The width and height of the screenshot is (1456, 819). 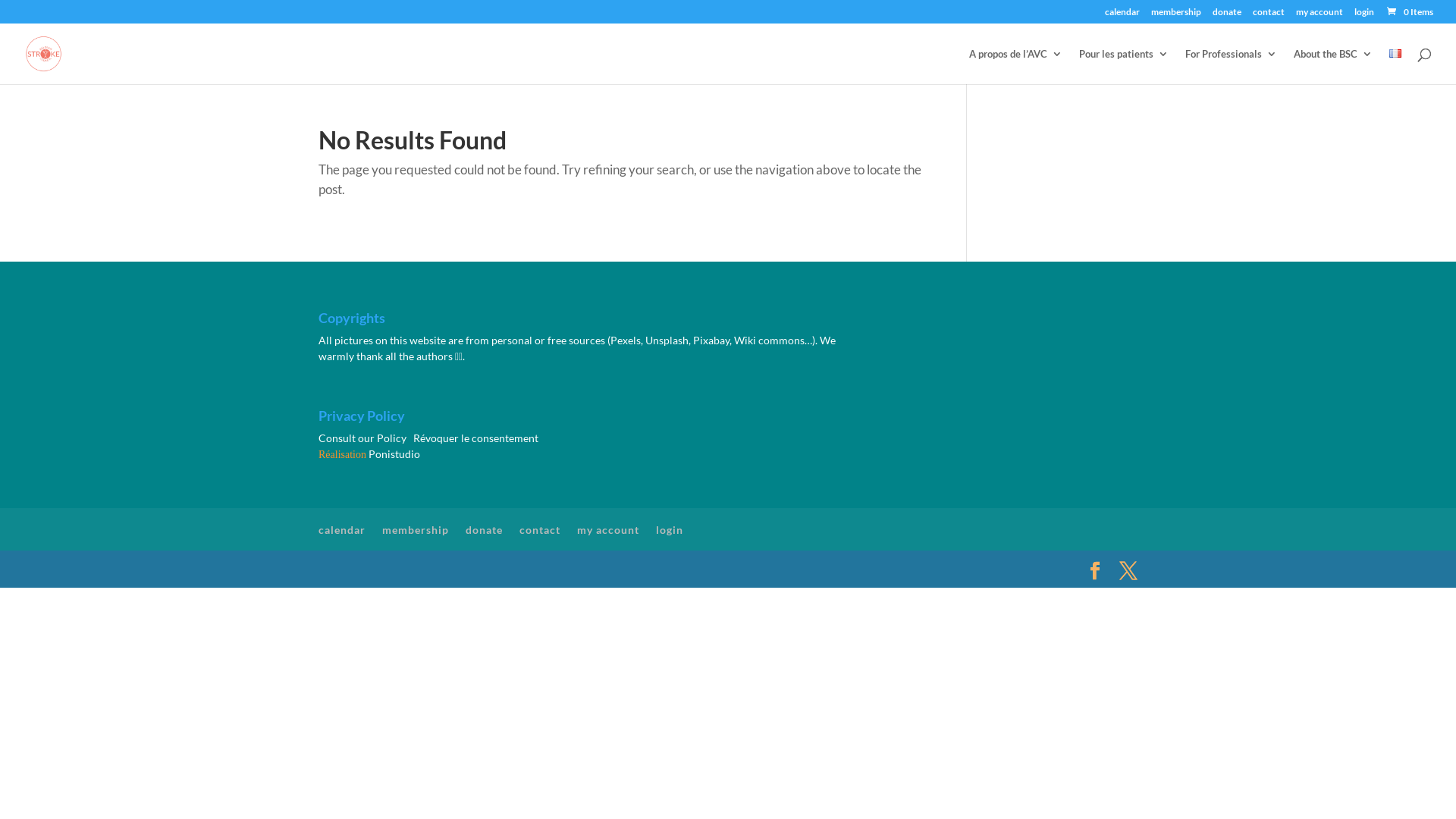 I want to click on 'login', so click(x=1364, y=15).